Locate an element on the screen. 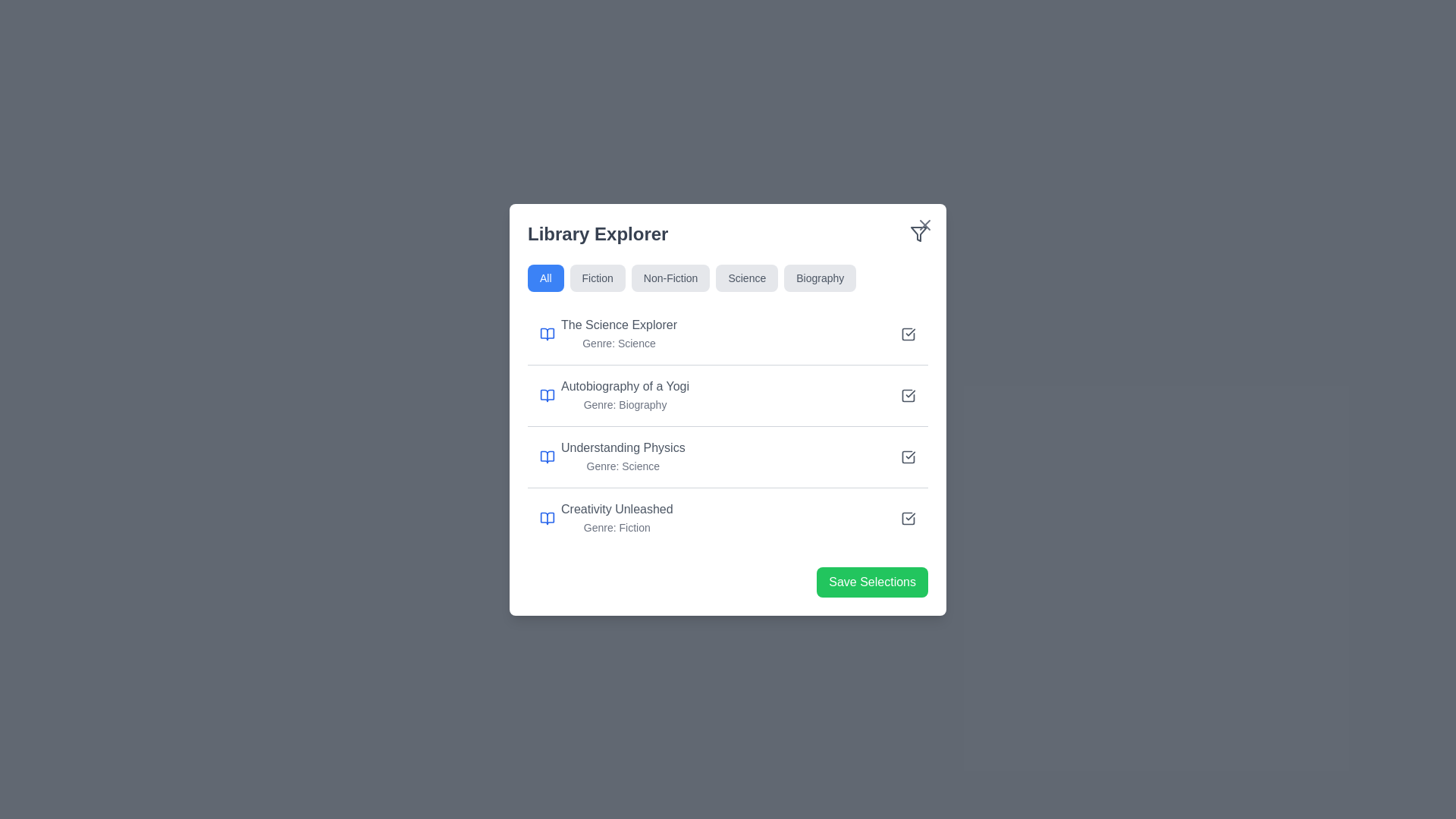  the filter button for the 'Science' category, which is the fourth item in the horizontal tab list below 'Library Explorer' is located at coordinates (747, 278).